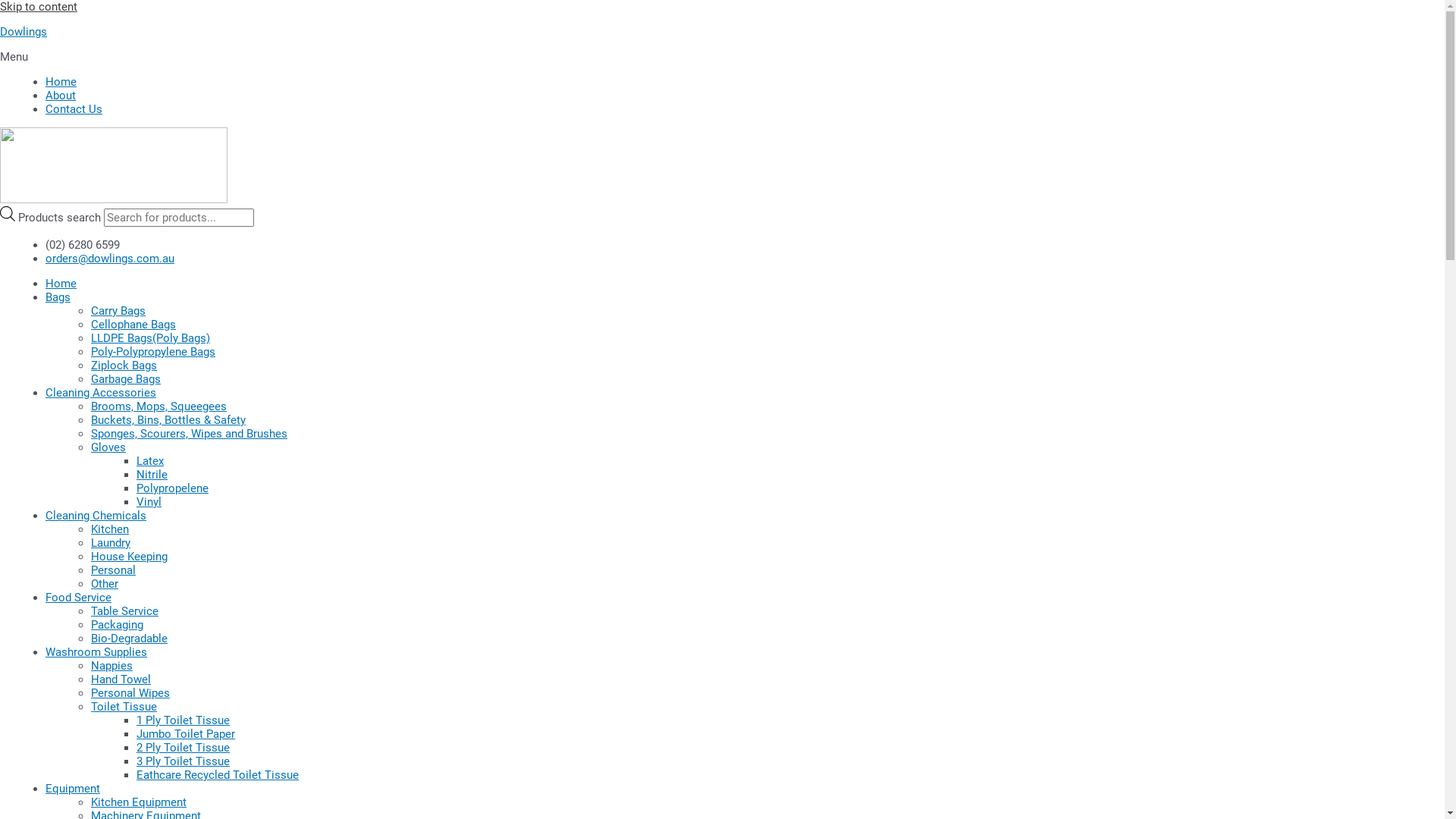 The height and width of the screenshot is (819, 1456). I want to click on 'Other', so click(104, 583).